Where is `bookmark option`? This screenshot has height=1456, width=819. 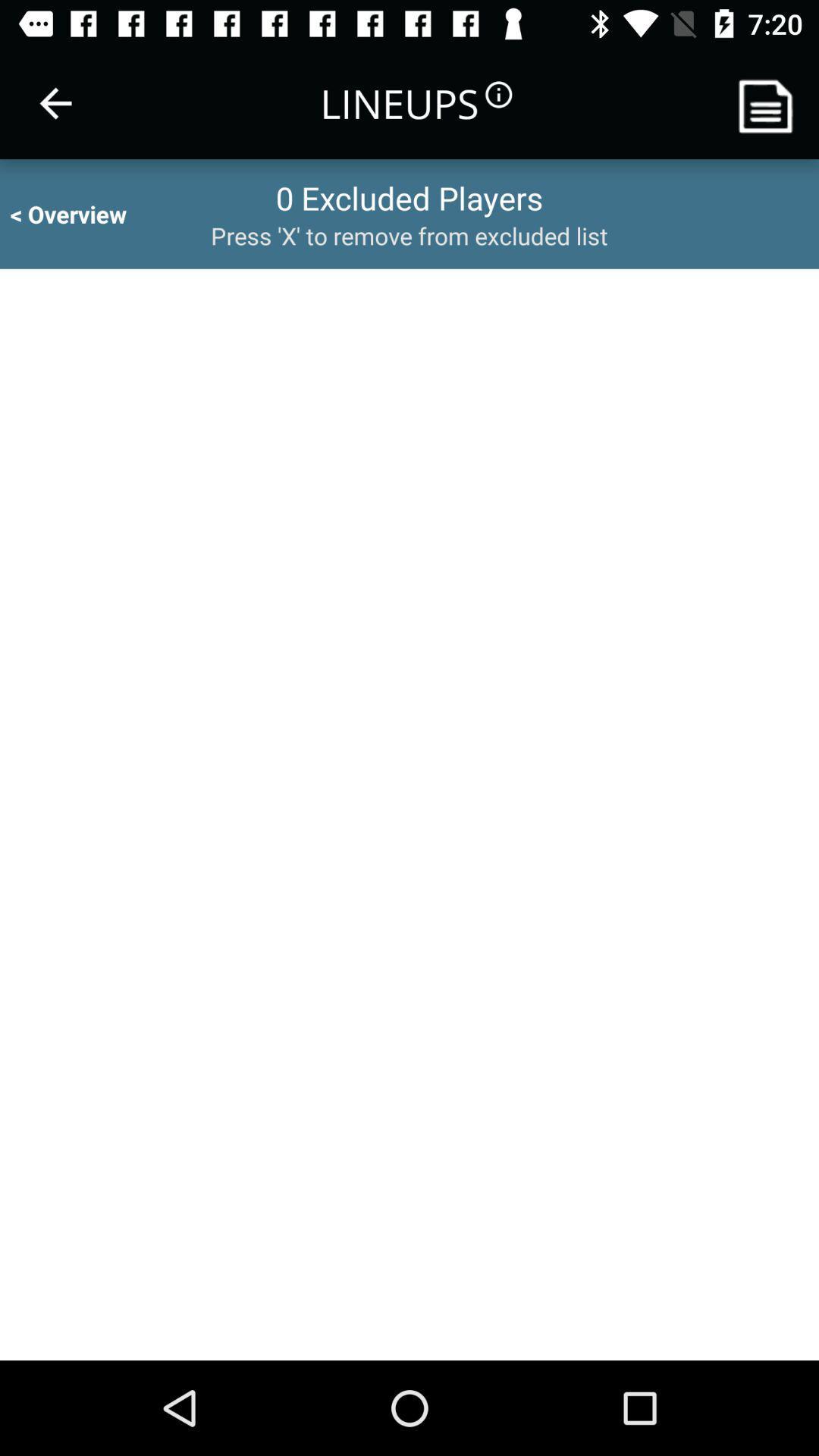
bookmark option is located at coordinates (771, 102).